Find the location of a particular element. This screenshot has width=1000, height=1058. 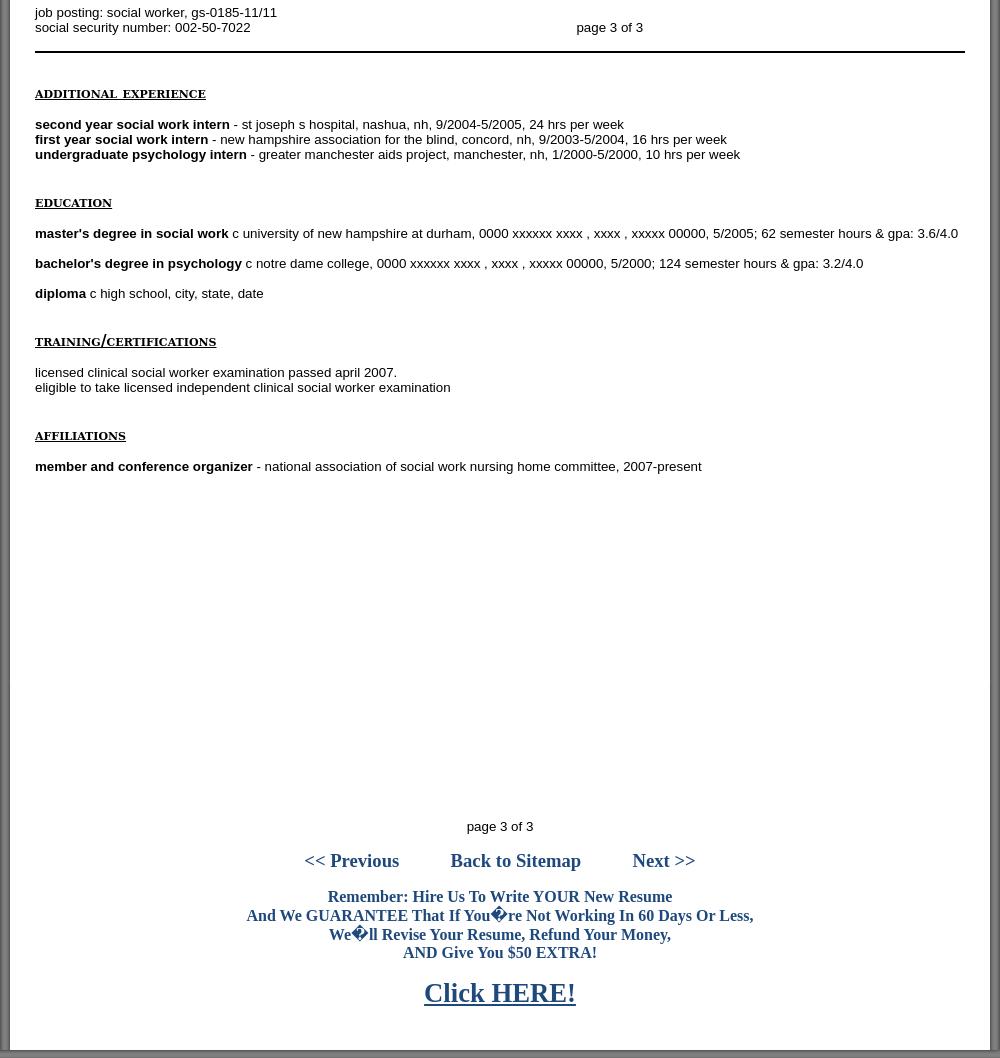

'education' is located at coordinates (72, 201).